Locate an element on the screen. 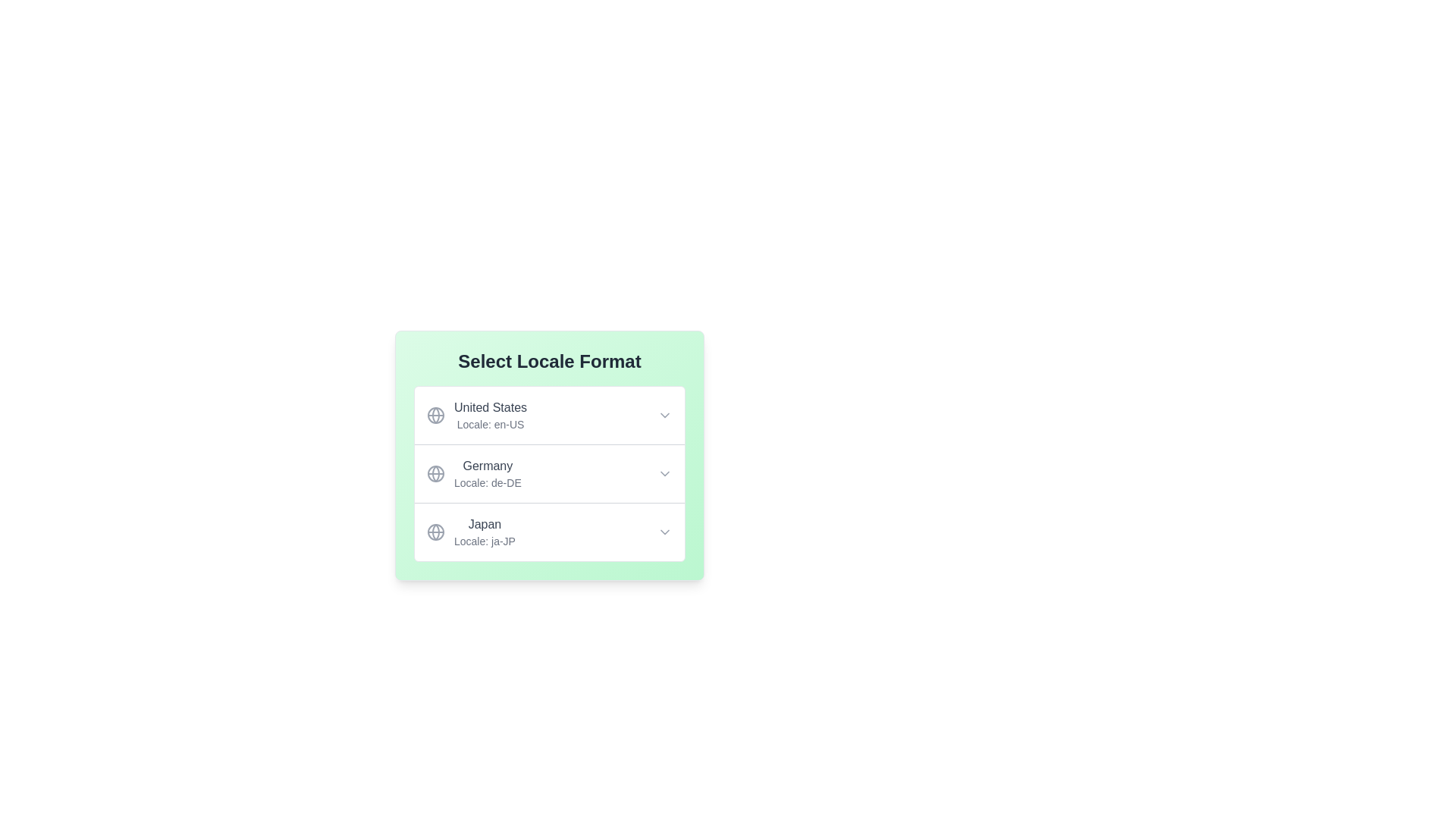 This screenshot has width=1456, height=819. the Text Label displaying 'Germany' that is part of a vertical list of locale options, located within a green-background panel labeled 'Select Locale Format' is located at coordinates (488, 472).